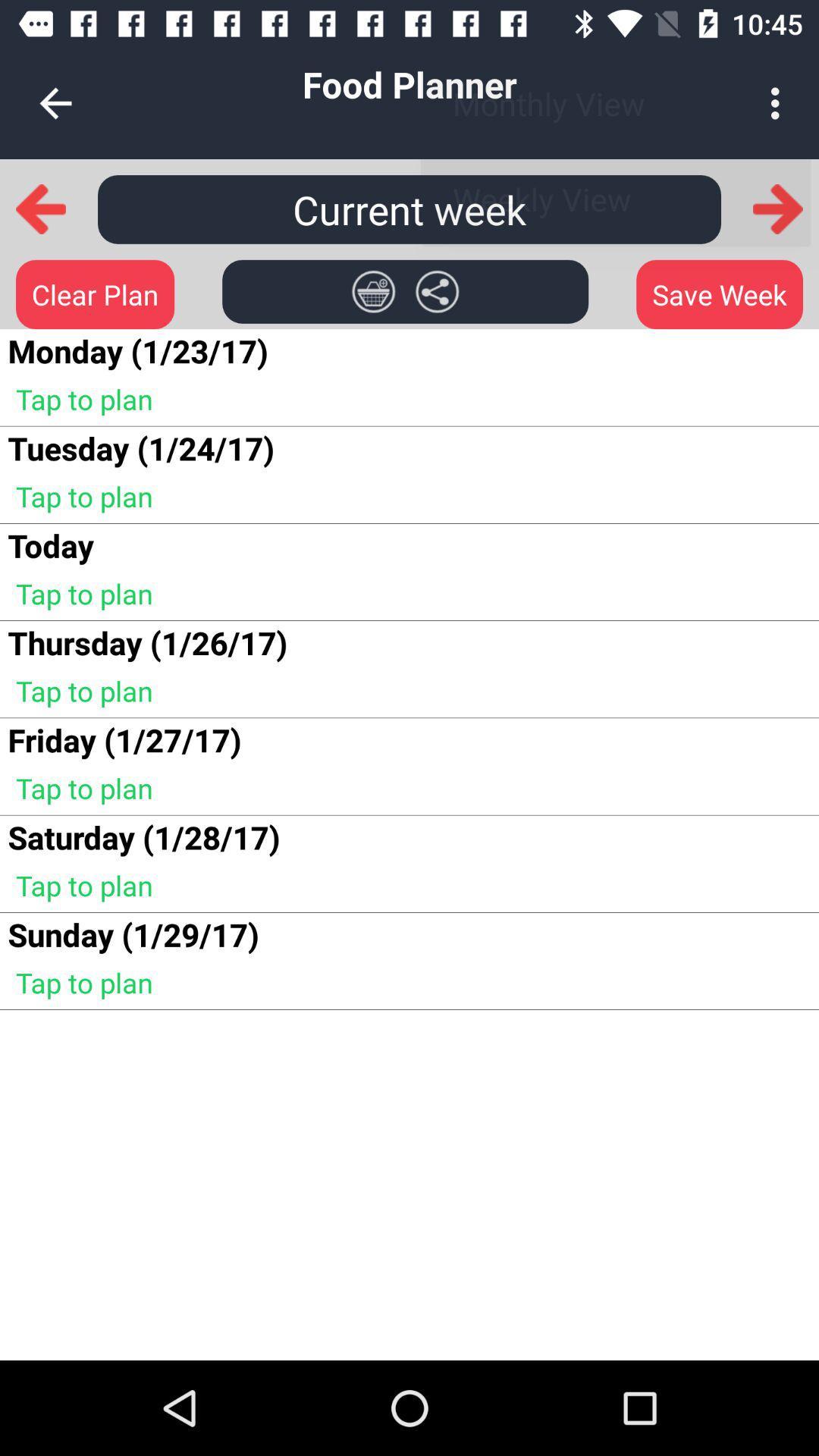  What do you see at coordinates (437, 291) in the screenshot?
I see `share schedule` at bounding box center [437, 291].